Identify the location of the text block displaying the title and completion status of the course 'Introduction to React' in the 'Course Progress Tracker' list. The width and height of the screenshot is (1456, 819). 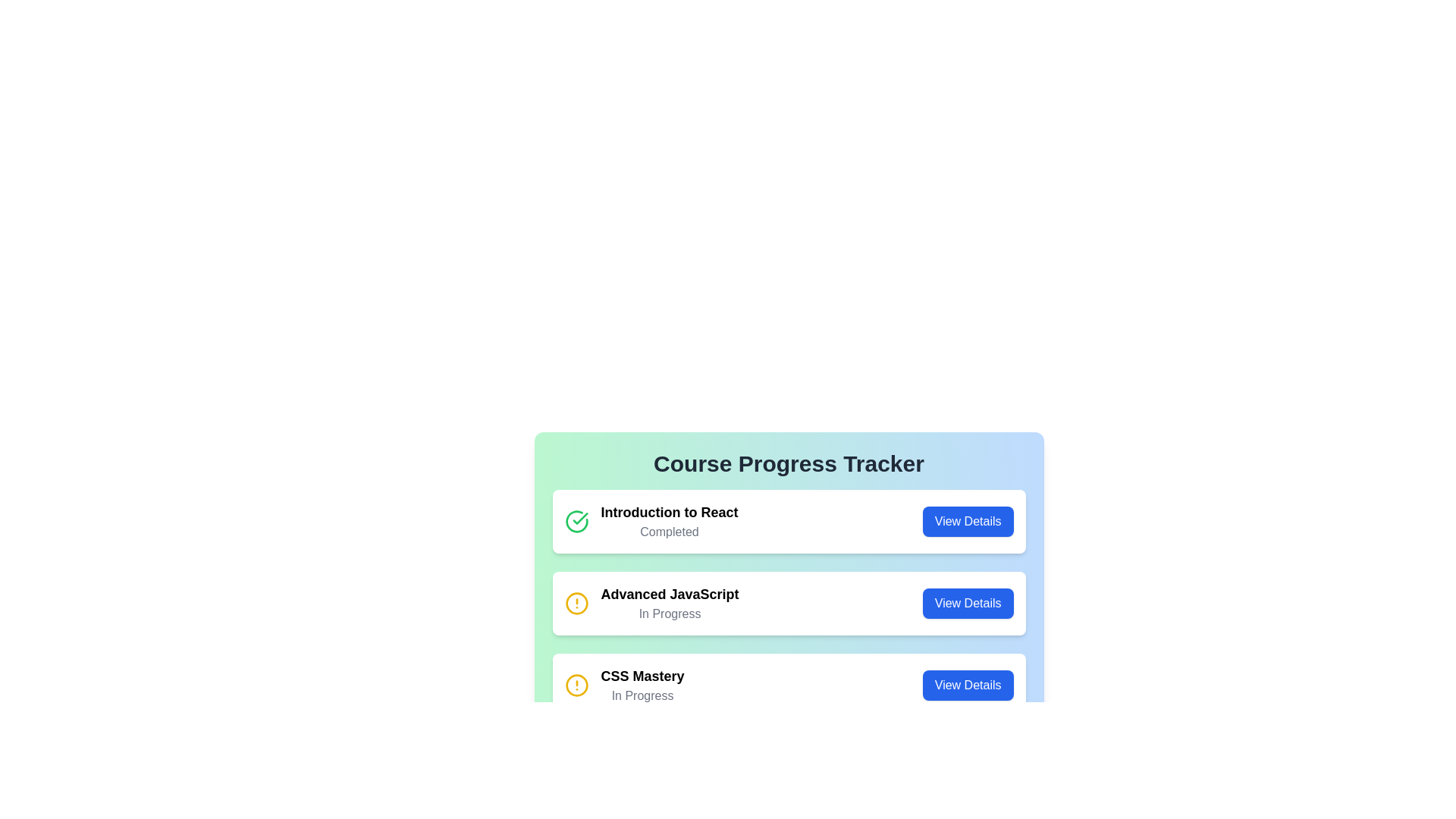
(669, 520).